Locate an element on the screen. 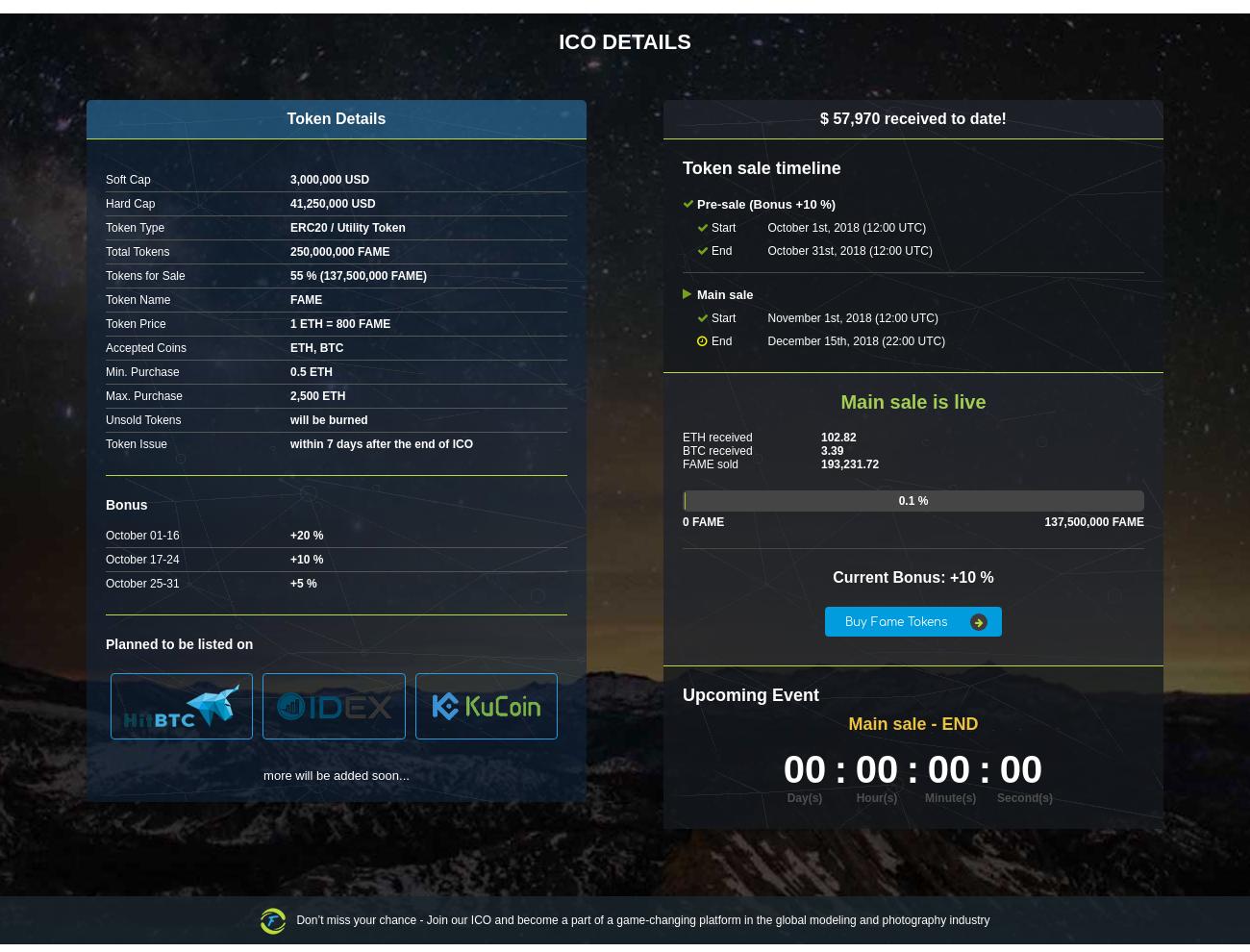 The image size is (1250, 952). '41,250,000 USD' is located at coordinates (332, 202).